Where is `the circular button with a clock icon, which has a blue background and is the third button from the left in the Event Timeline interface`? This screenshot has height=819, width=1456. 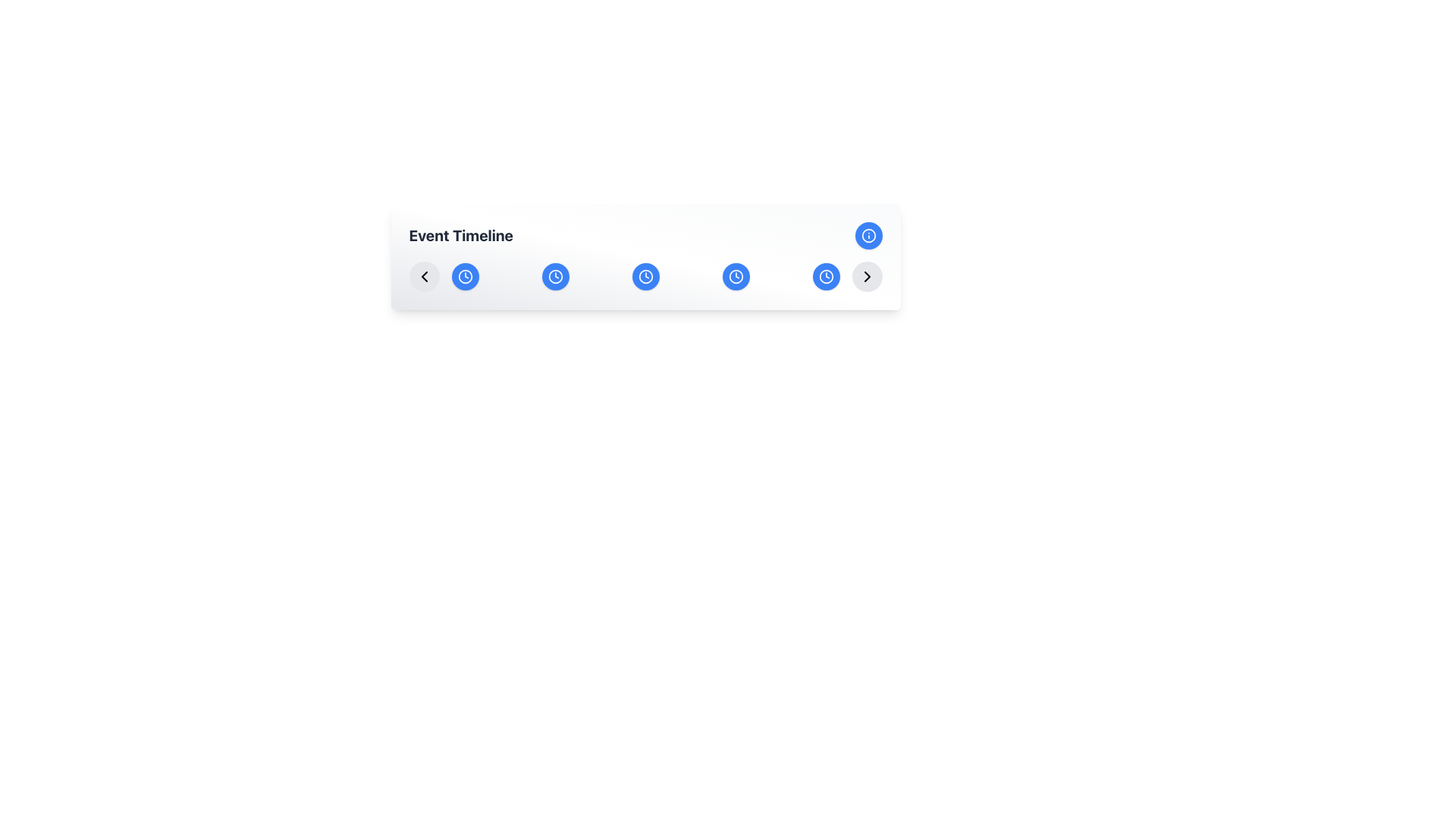
the circular button with a clock icon, which has a blue background and is the third button from the left in the Event Timeline interface is located at coordinates (645, 277).